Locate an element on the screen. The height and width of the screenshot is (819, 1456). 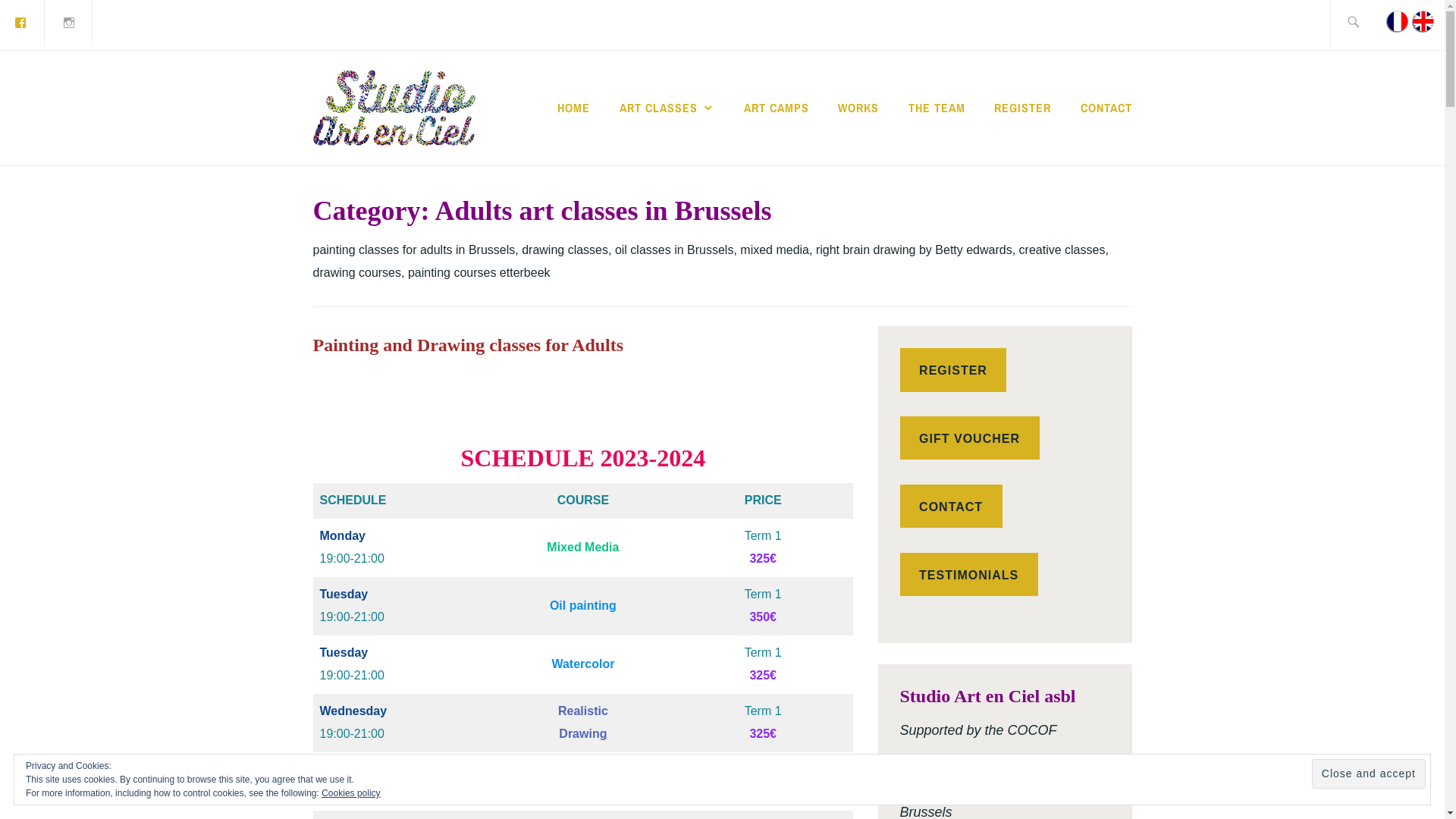
'HOME' is located at coordinates (573, 107).